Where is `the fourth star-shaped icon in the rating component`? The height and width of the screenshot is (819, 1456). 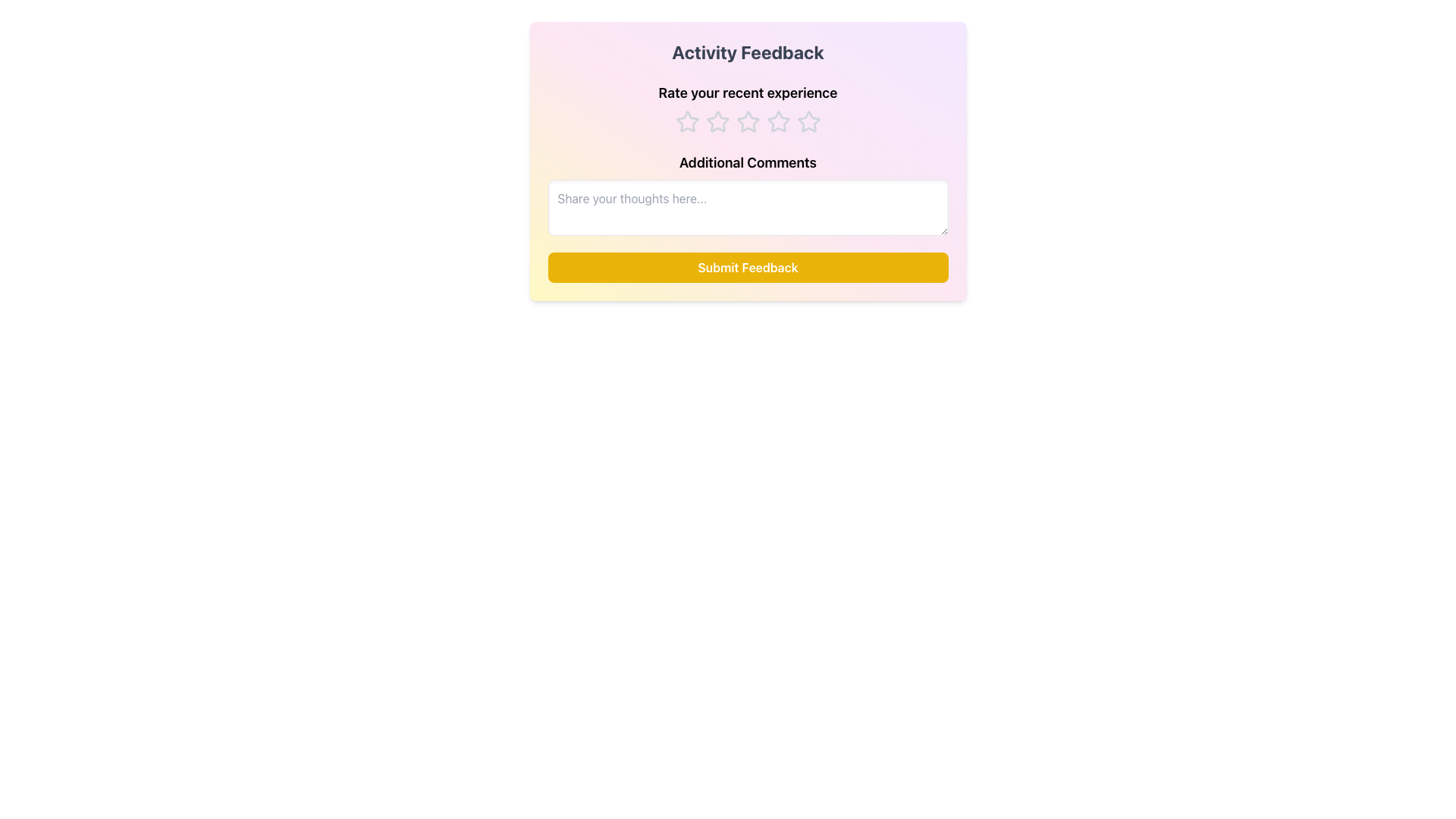 the fourth star-shaped icon in the rating component is located at coordinates (748, 121).